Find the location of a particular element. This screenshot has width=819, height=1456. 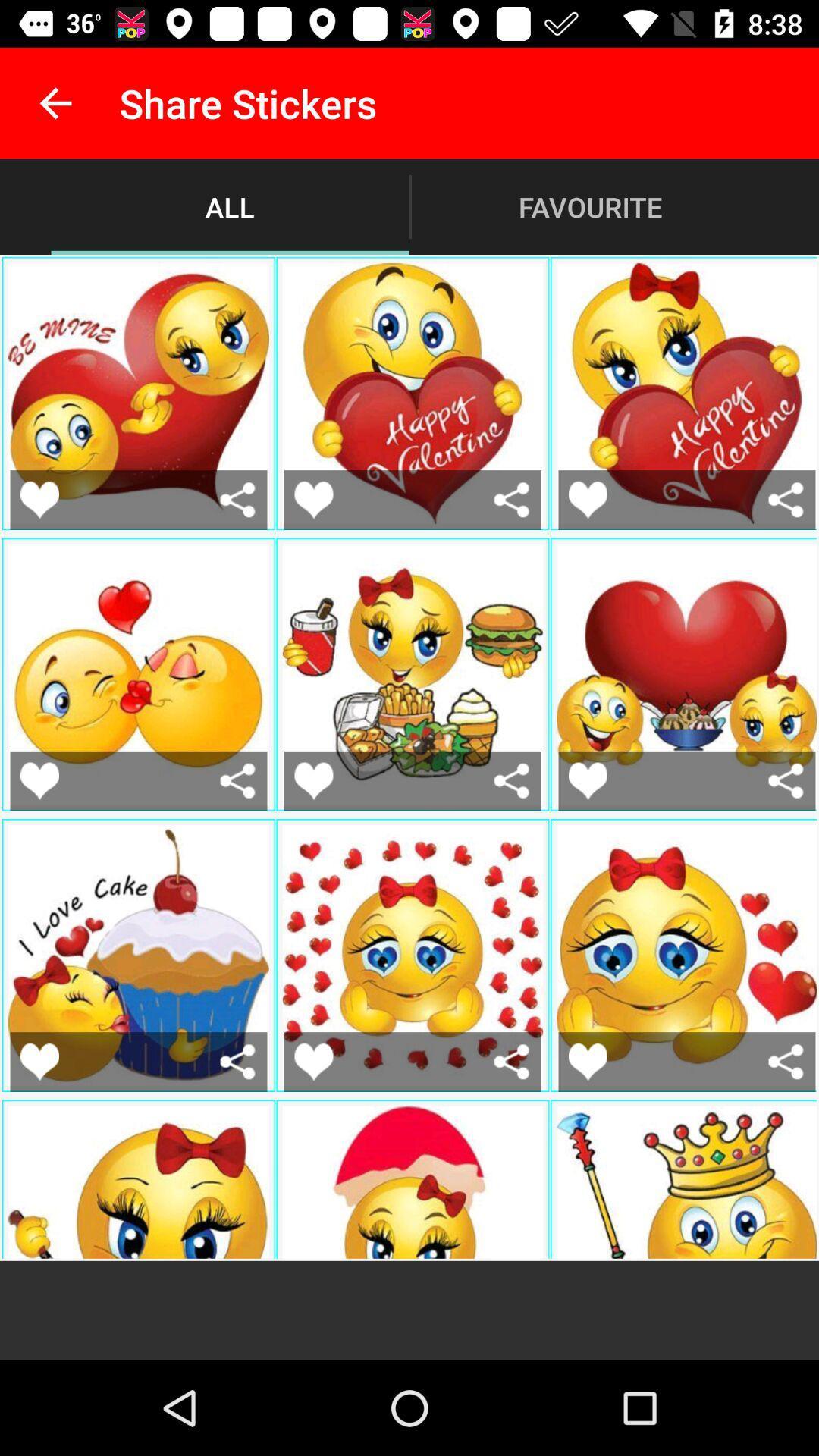

like the photo is located at coordinates (587, 780).